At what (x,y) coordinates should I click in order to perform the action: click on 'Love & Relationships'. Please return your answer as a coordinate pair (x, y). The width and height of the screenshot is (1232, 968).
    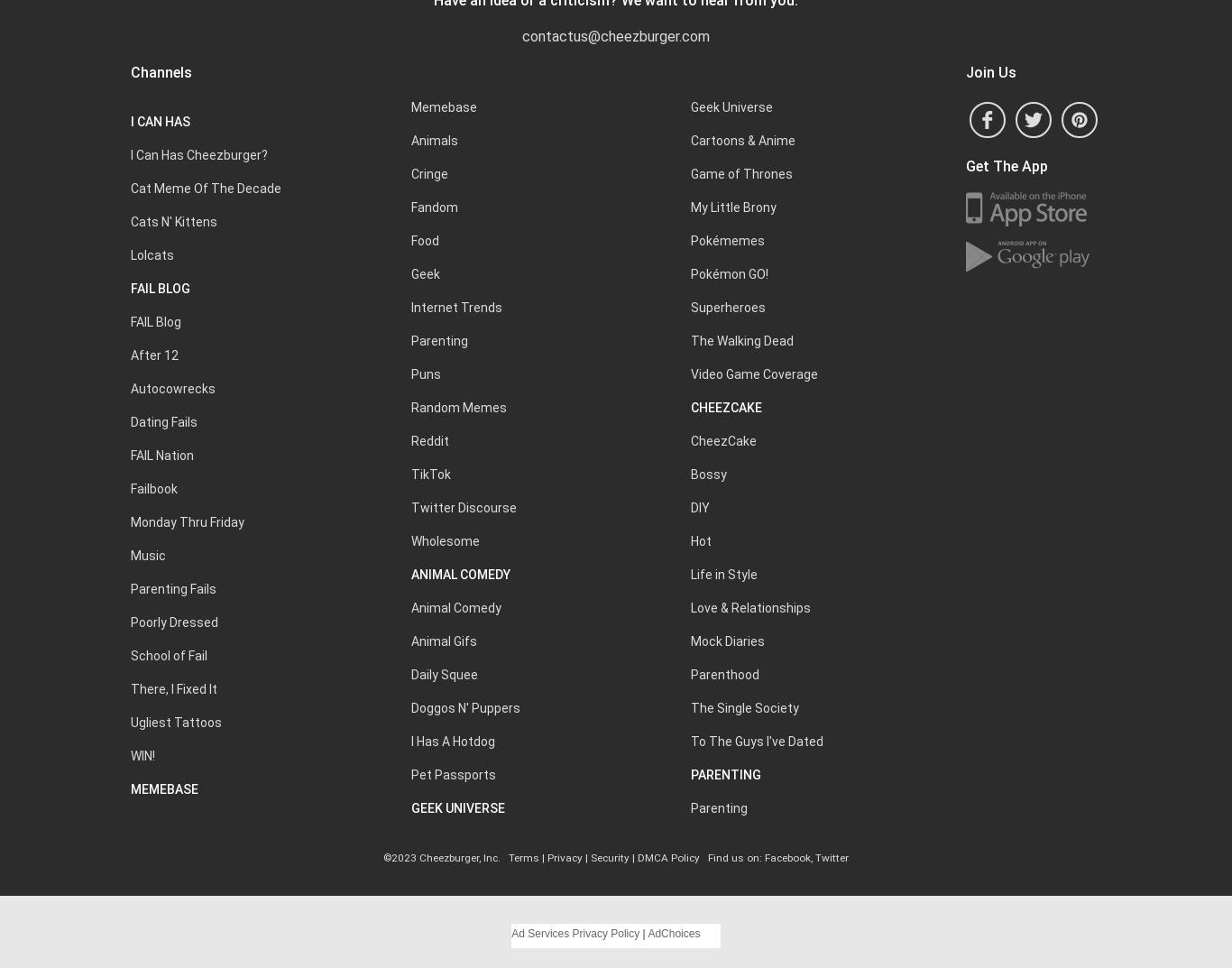
    Looking at the image, I should click on (749, 607).